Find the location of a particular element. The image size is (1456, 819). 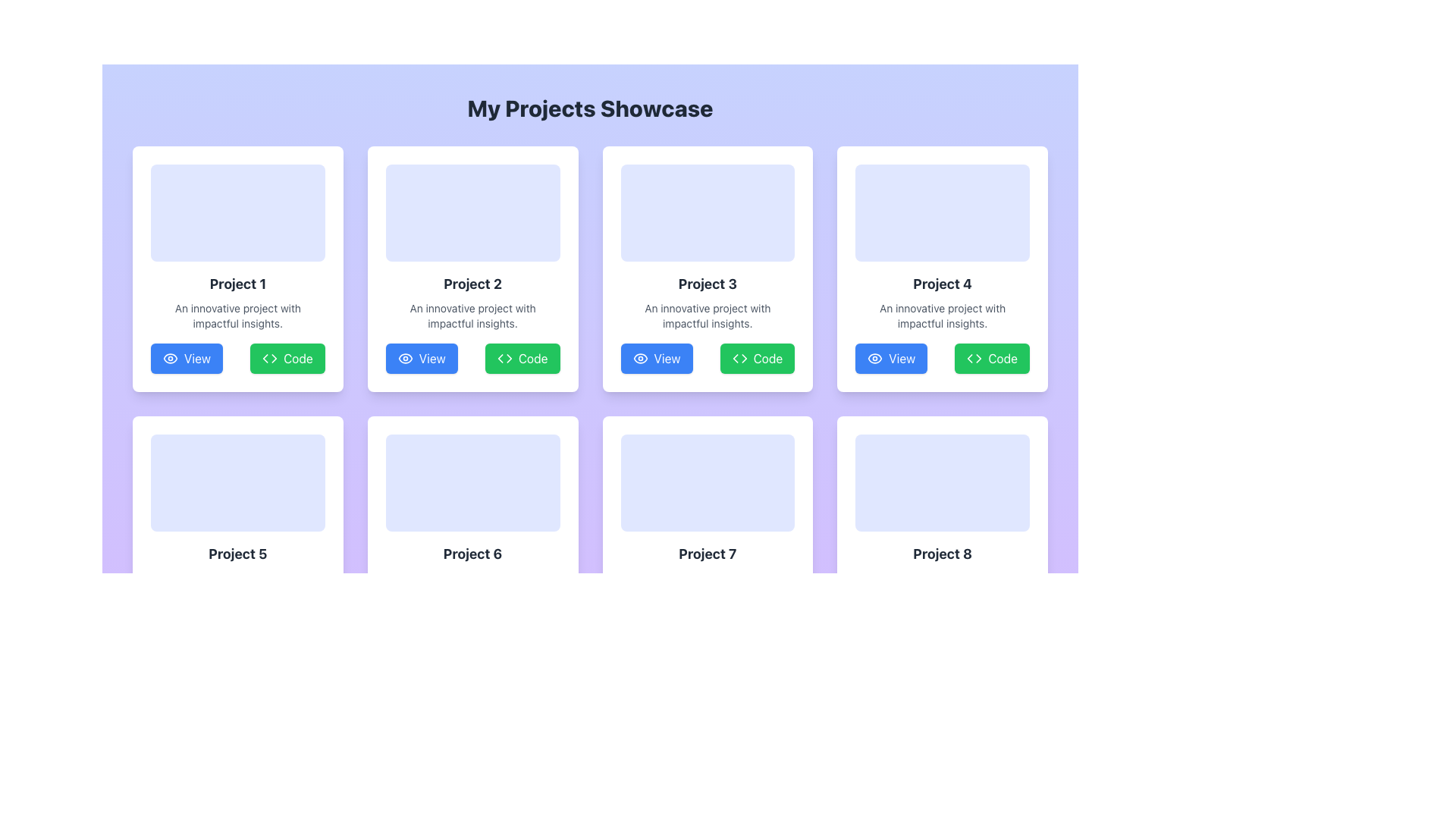

the text label that serves as the title of the project, located inside the first project card in the grid layout, positioned in the top-left section of the grid, immediately below the placeholder image is located at coordinates (237, 284).